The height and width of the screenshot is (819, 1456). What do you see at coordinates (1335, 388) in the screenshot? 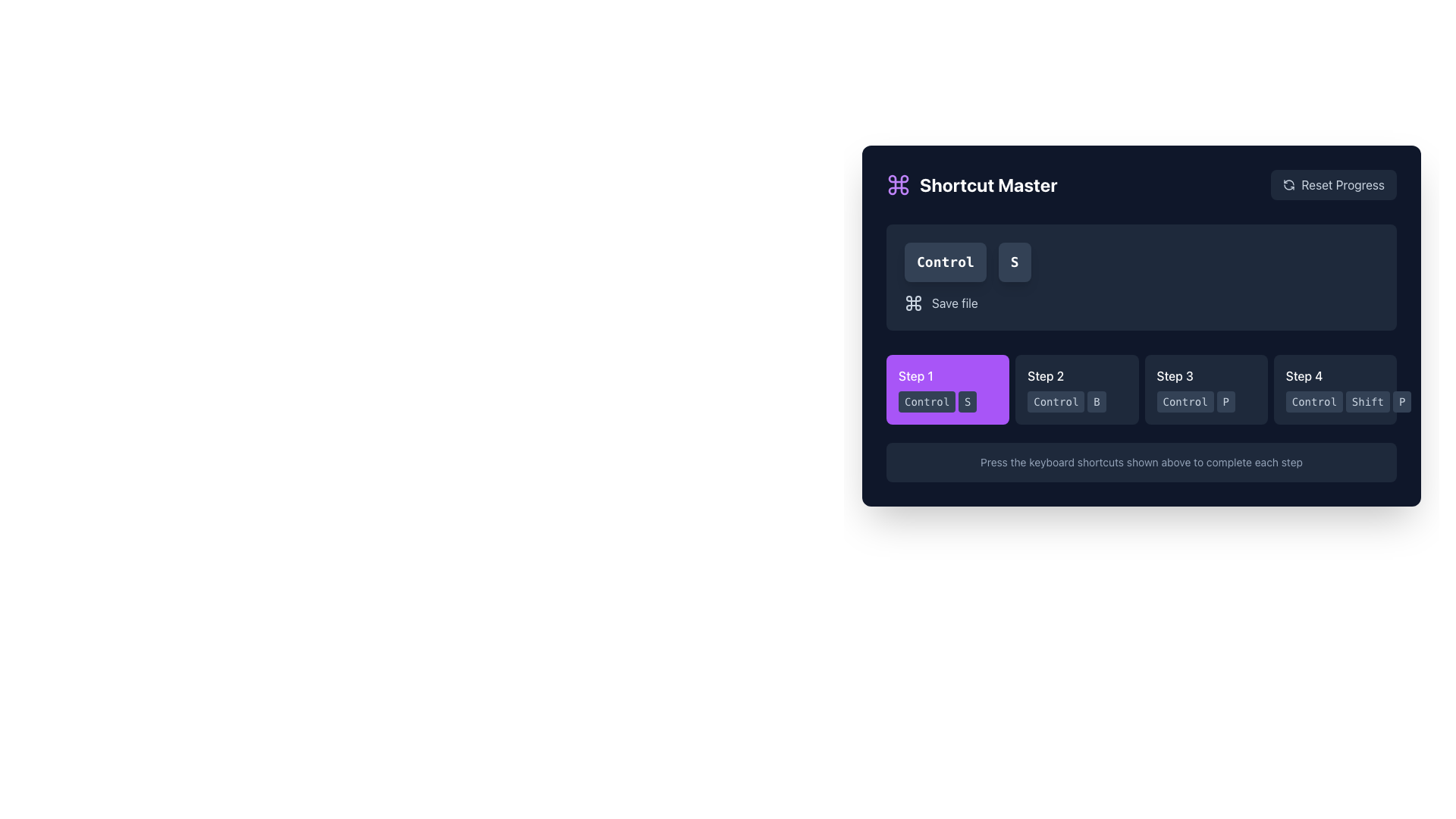
I see `the buttons labeled 'Control', 'Shift', and 'P' in the 'Step 4' guide element, positioned at the bottom-right corner of the grid layout` at bounding box center [1335, 388].